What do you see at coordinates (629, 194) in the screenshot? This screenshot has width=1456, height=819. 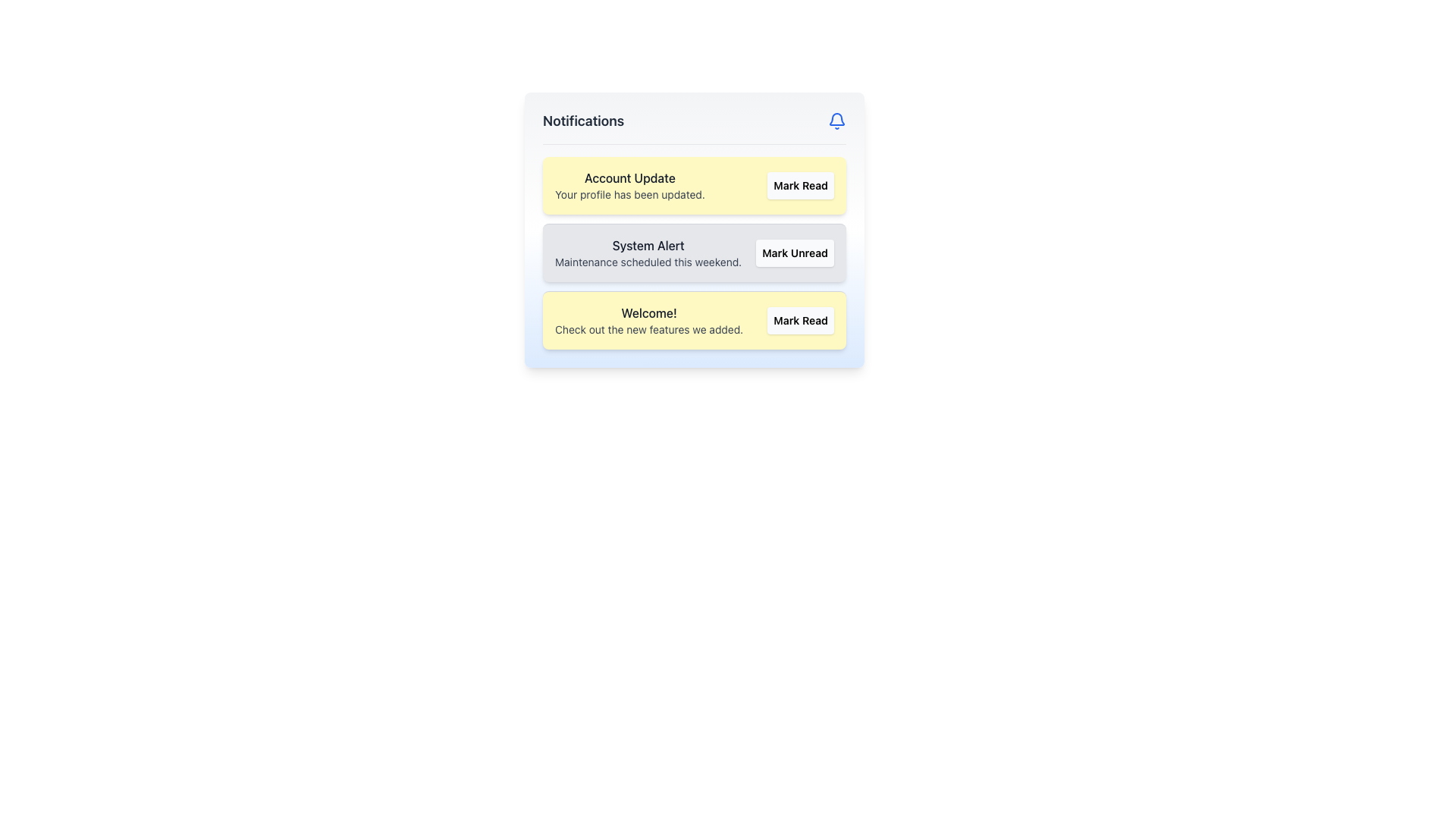 I see `the text label displaying 'Your profile has been updated.' located under the 'Account Update' header in the notification card interface` at bounding box center [629, 194].